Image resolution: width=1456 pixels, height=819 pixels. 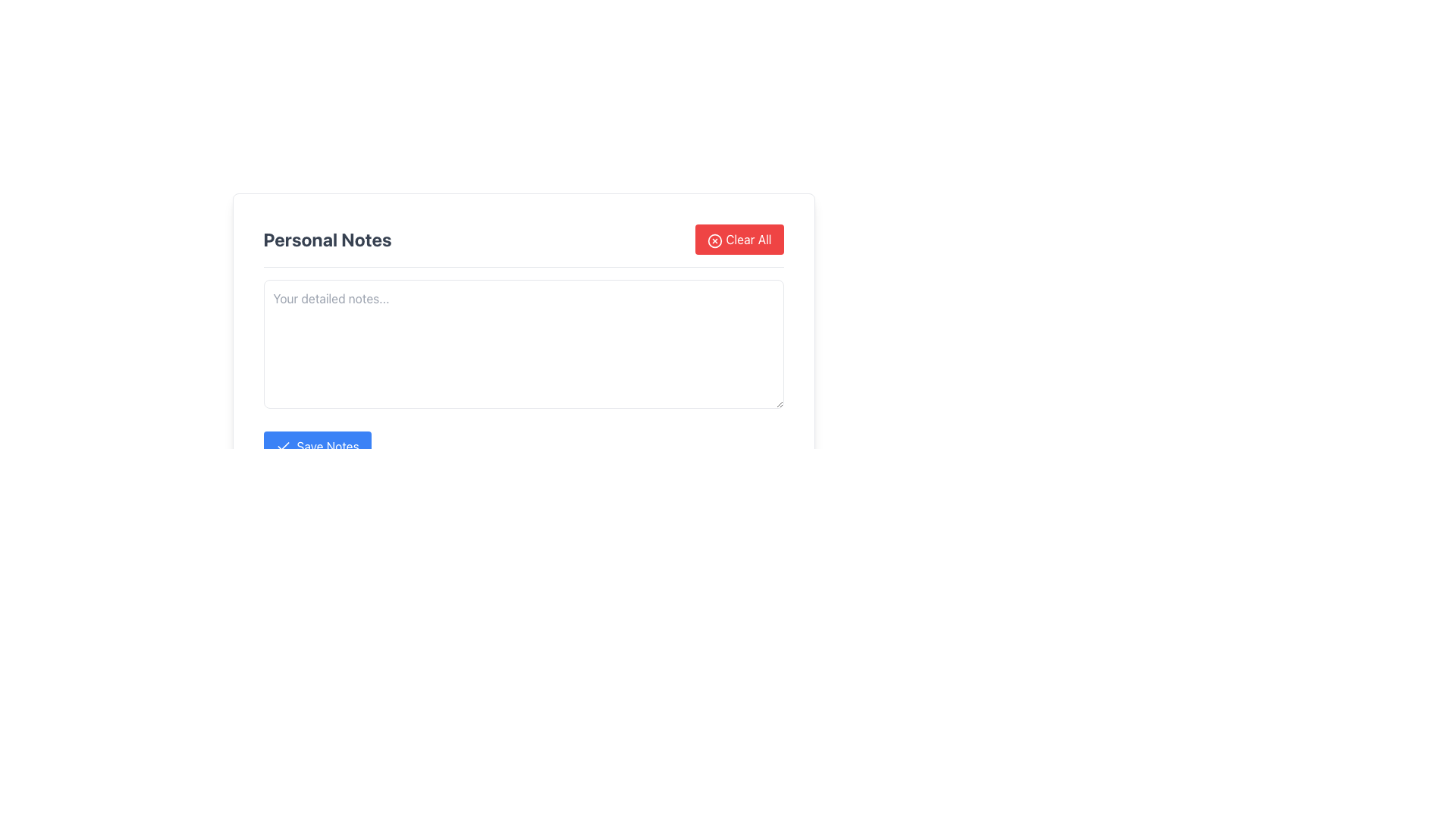 I want to click on the icon located inside the blue rectangular button labeled 'Save Notes', which visually indicates the action of saving notes, so click(x=283, y=446).